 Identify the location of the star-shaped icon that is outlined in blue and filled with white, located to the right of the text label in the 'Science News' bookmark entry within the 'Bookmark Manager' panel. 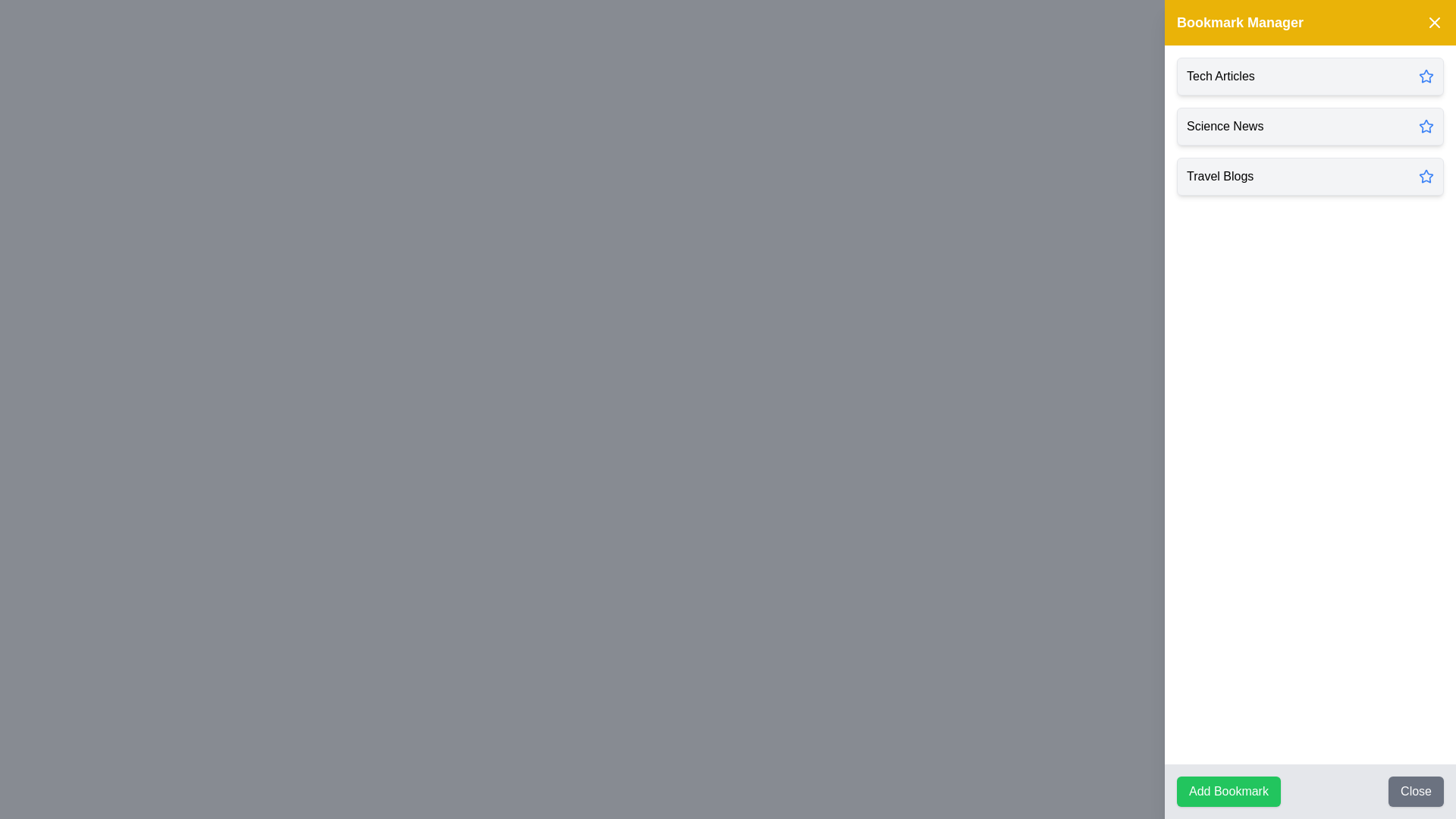
(1425, 124).